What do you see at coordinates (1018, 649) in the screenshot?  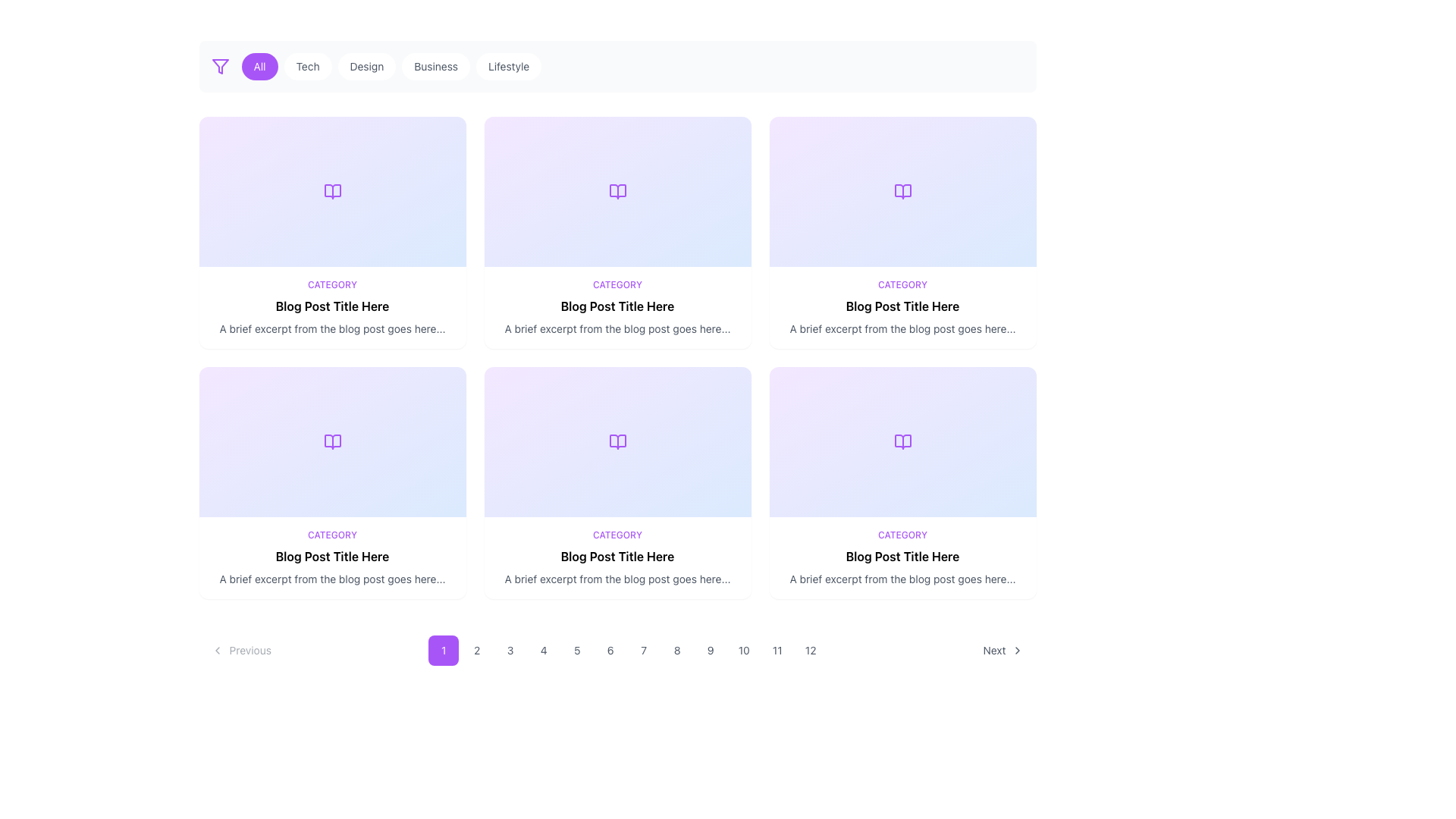 I see `the 'Next' button icon located at the bottom-right corner of the interface` at bounding box center [1018, 649].